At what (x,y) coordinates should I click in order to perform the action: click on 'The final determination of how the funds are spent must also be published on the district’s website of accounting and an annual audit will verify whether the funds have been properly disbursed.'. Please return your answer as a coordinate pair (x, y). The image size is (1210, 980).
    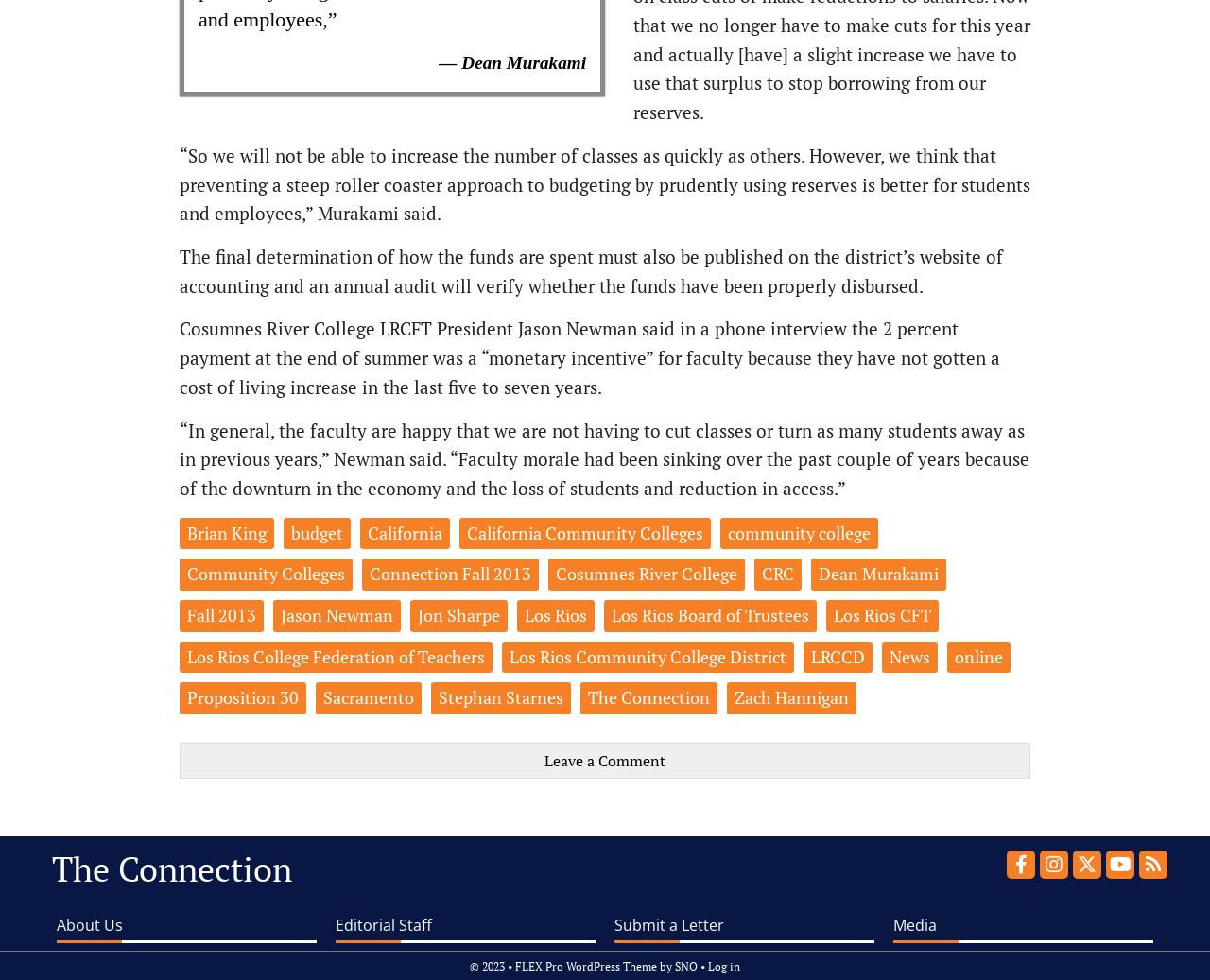
    Looking at the image, I should click on (590, 269).